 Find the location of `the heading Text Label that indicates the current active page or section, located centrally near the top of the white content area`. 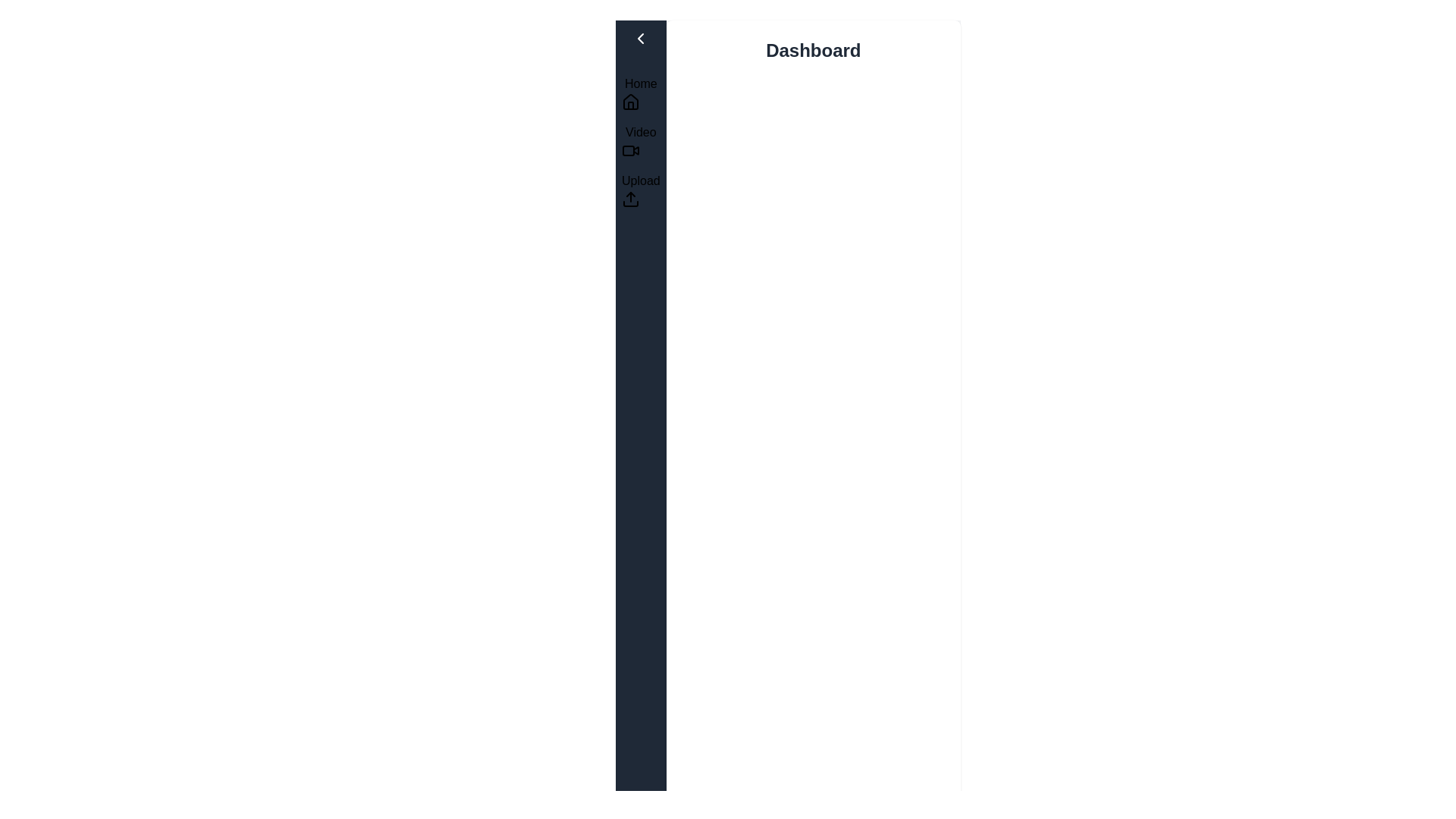

the heading Text Label that indicates the current active page or section, located centrally near the top of the white content area is located at coordinates (812, 49).